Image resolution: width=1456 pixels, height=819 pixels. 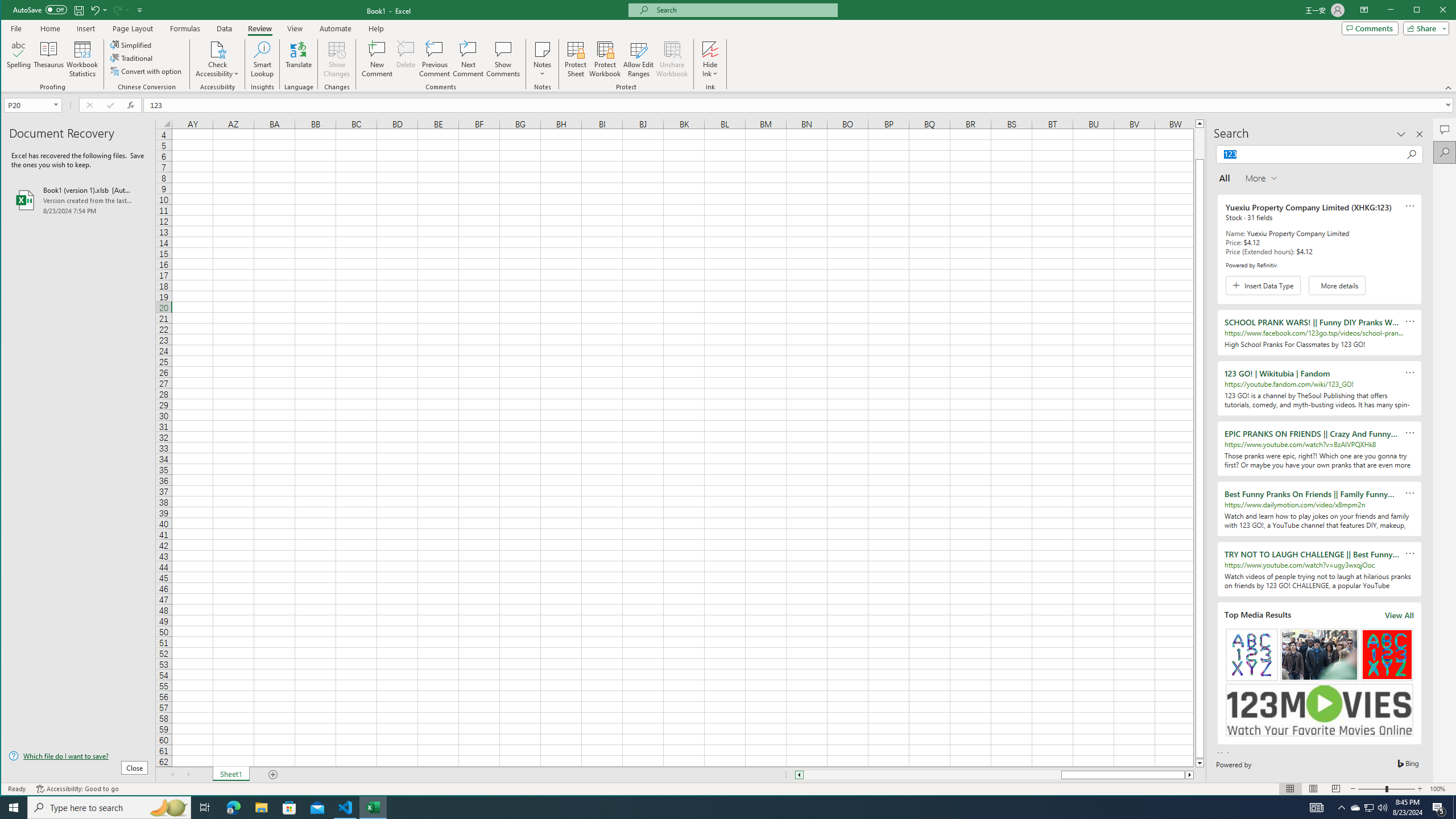 I want to click on 'Column left', so click(x=798, y=775).